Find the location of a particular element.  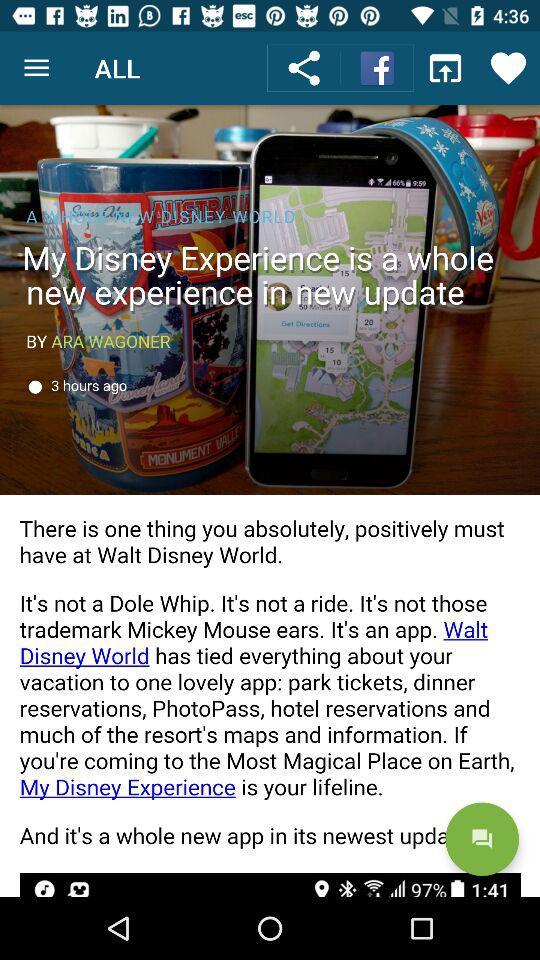

the chat icon is located at coordinates (481, 839).